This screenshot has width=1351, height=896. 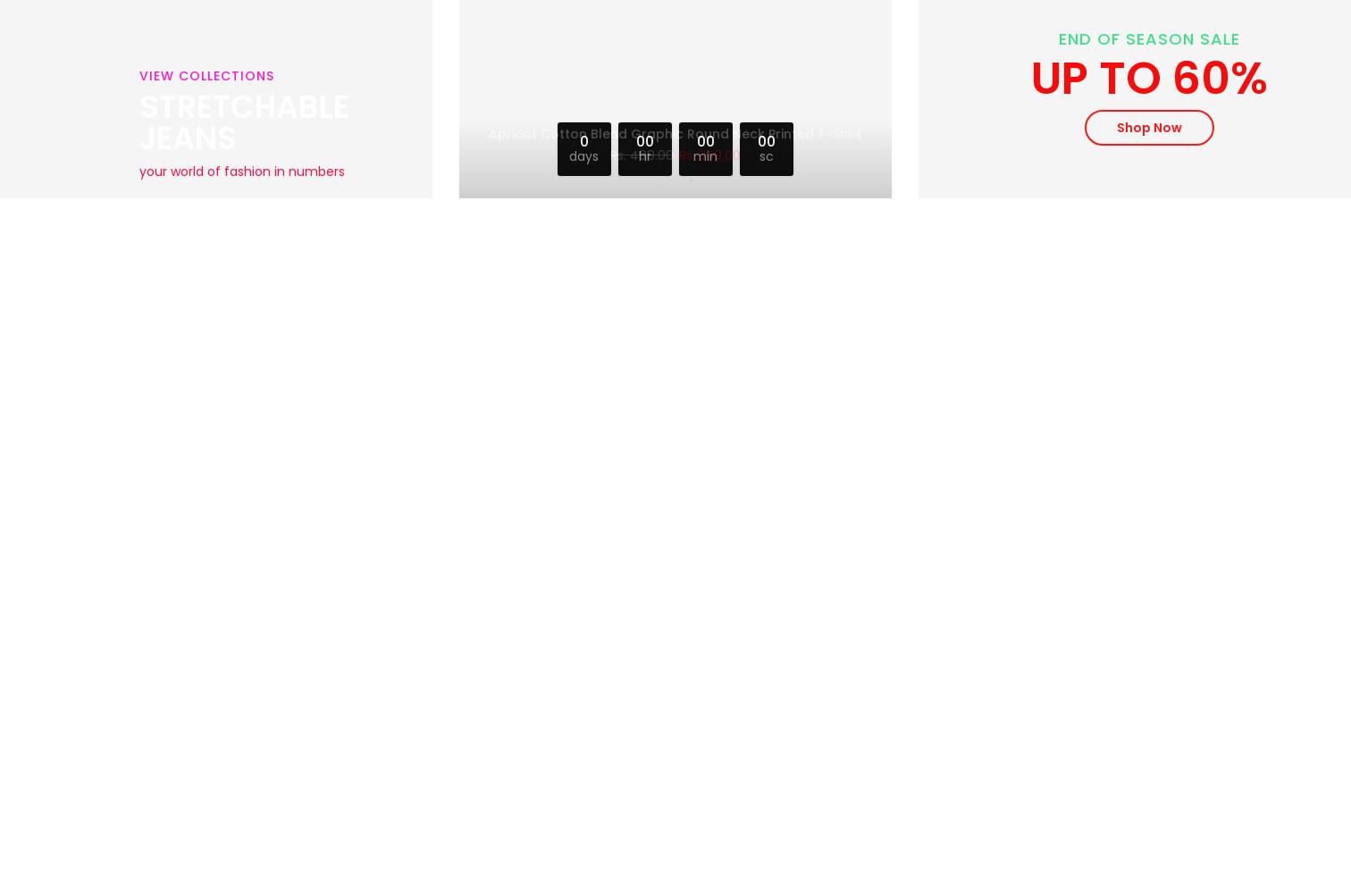 What do you see at coordinates (708, 150) in the screenshot?
I see `'Rs. 399.00'` at bounding box center [708, 150].